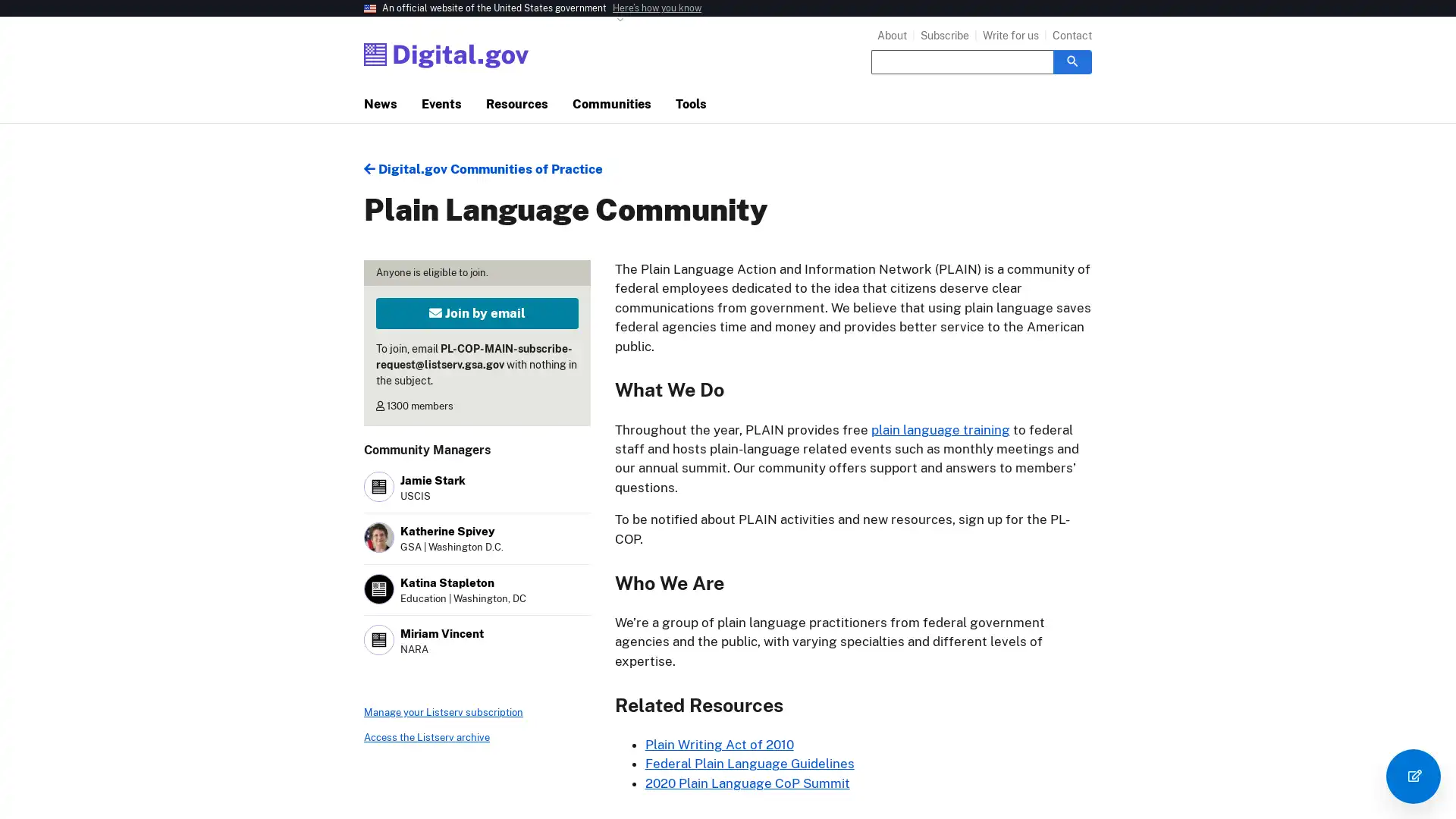  What do you see at coordinates (1072, 61) in the screenshot?
I see `Search` at bounding box center [1072, 61].